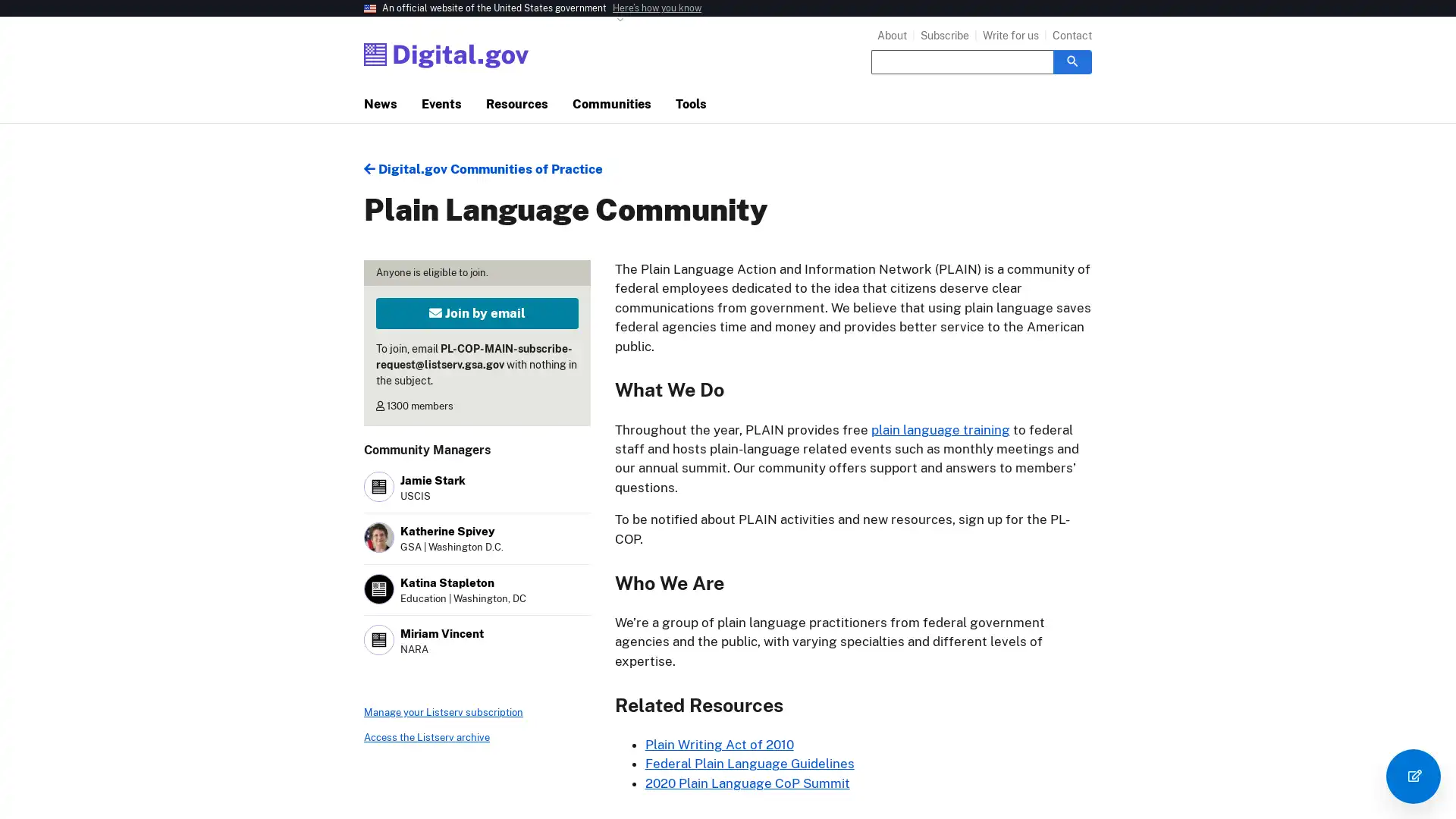  What do you see at coordinates (1072, 61) in the screenshot?
I see `Search` at bounding box center [1072, 61].